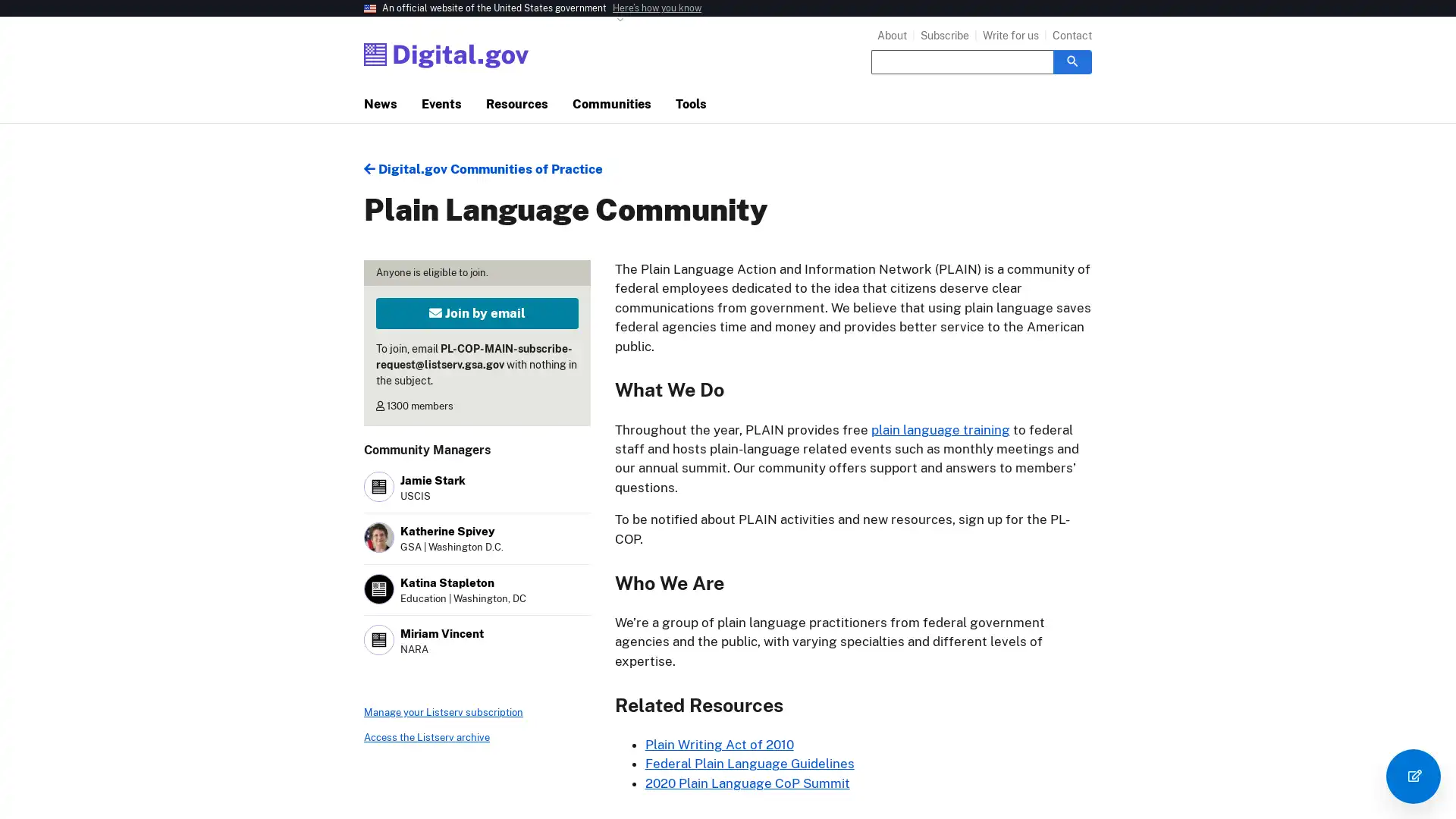  What do you see at coordinates (1072, 61) in the screenshot?
I see `Search` at bounding box center [1072, 61].